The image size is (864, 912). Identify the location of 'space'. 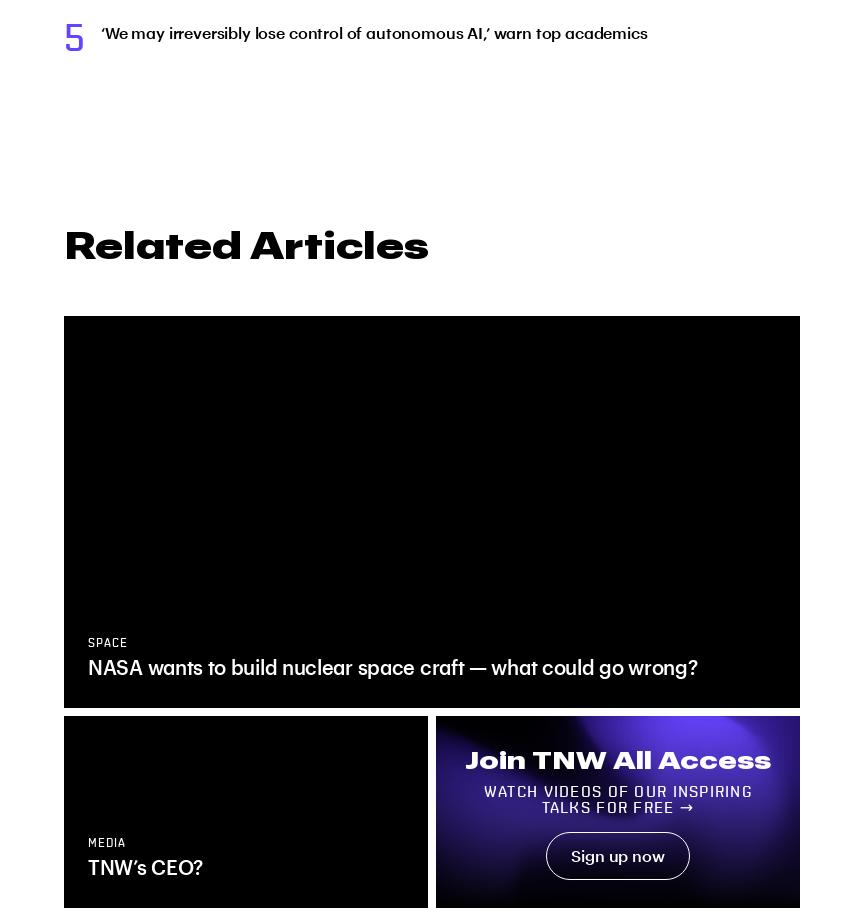
(107, 643).